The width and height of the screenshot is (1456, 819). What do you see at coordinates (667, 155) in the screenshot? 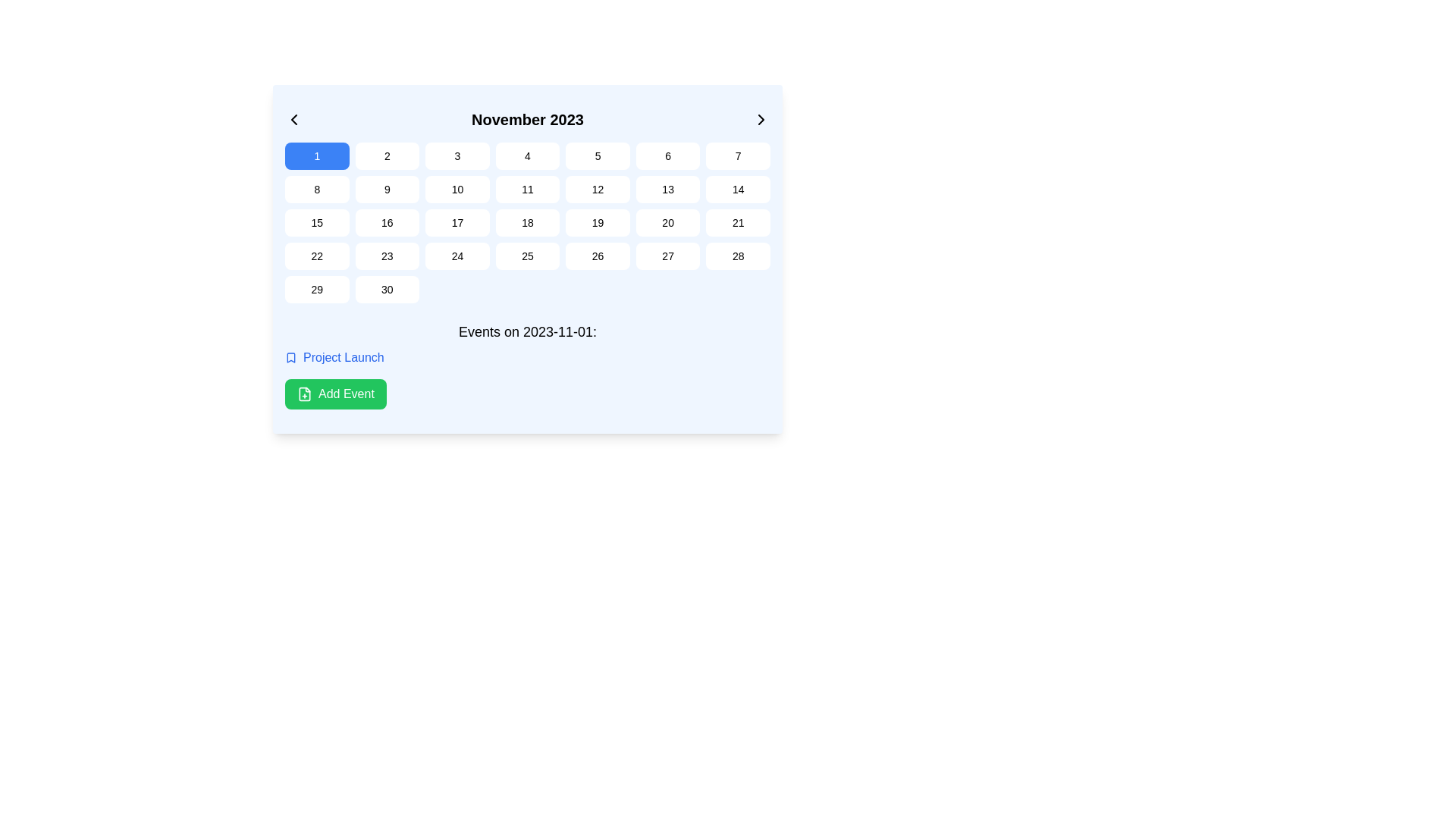
I see `the button representing the sixth day of the month in the calendar interface` at bounding box center [667, 155].